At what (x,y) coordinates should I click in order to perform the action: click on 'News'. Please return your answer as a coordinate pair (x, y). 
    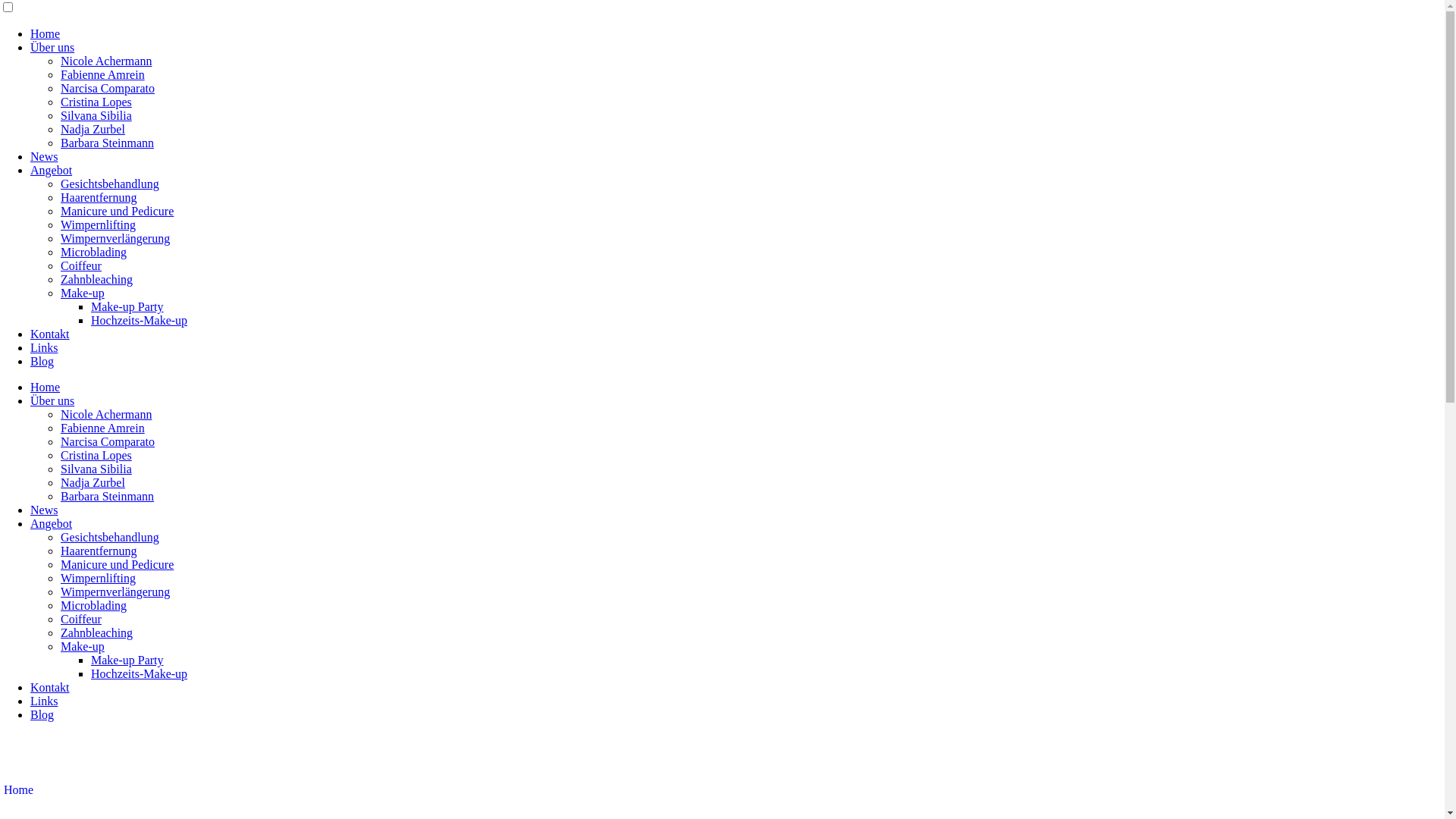
    Looking at the image, I should click on (43, 510).